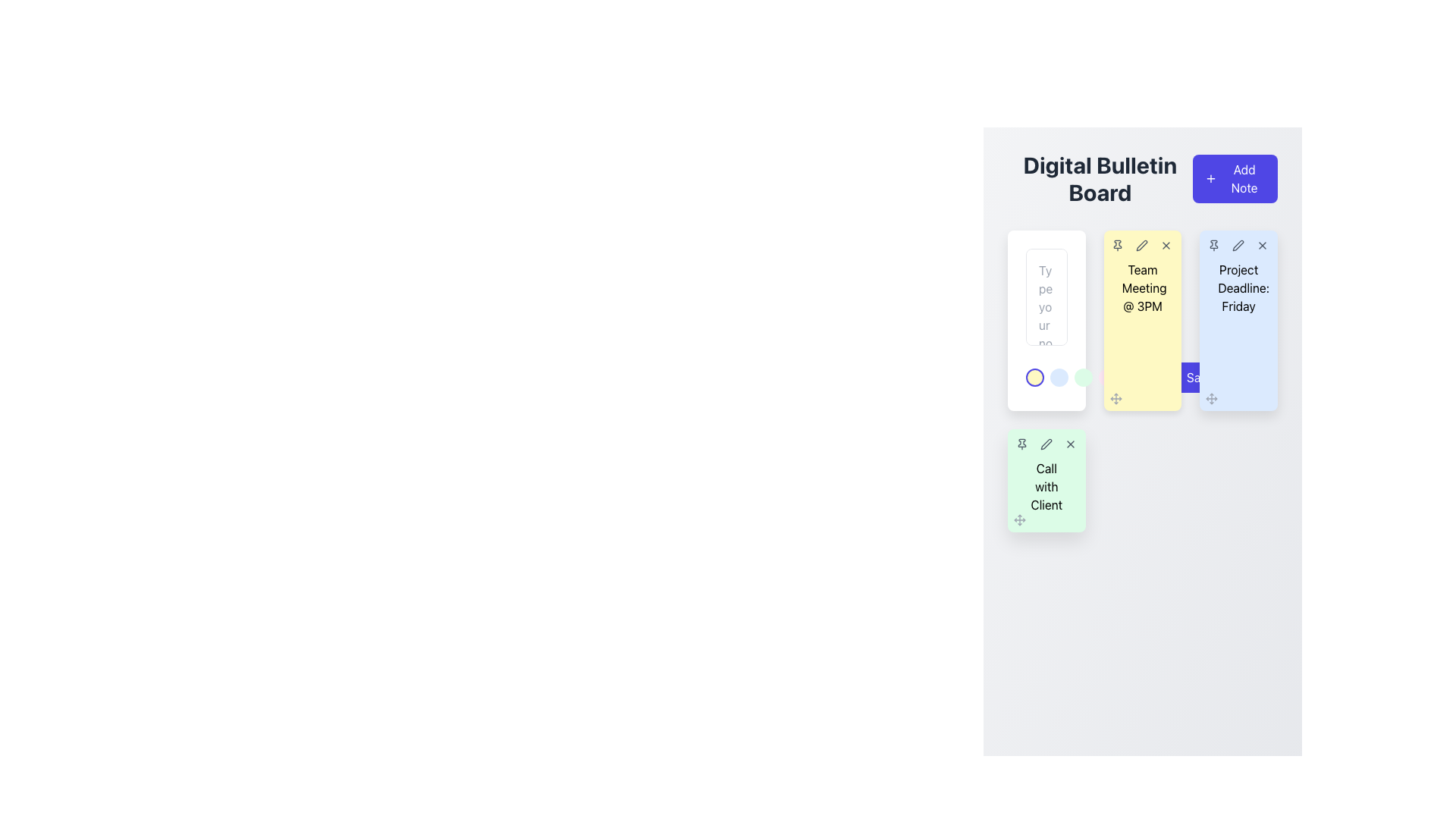 This screenshot has height=819, width=1456. I want to click on the gray pin icon located in the top-left corner of the 'Team Meeting @ 3 PM' note, so click(1118, 245).